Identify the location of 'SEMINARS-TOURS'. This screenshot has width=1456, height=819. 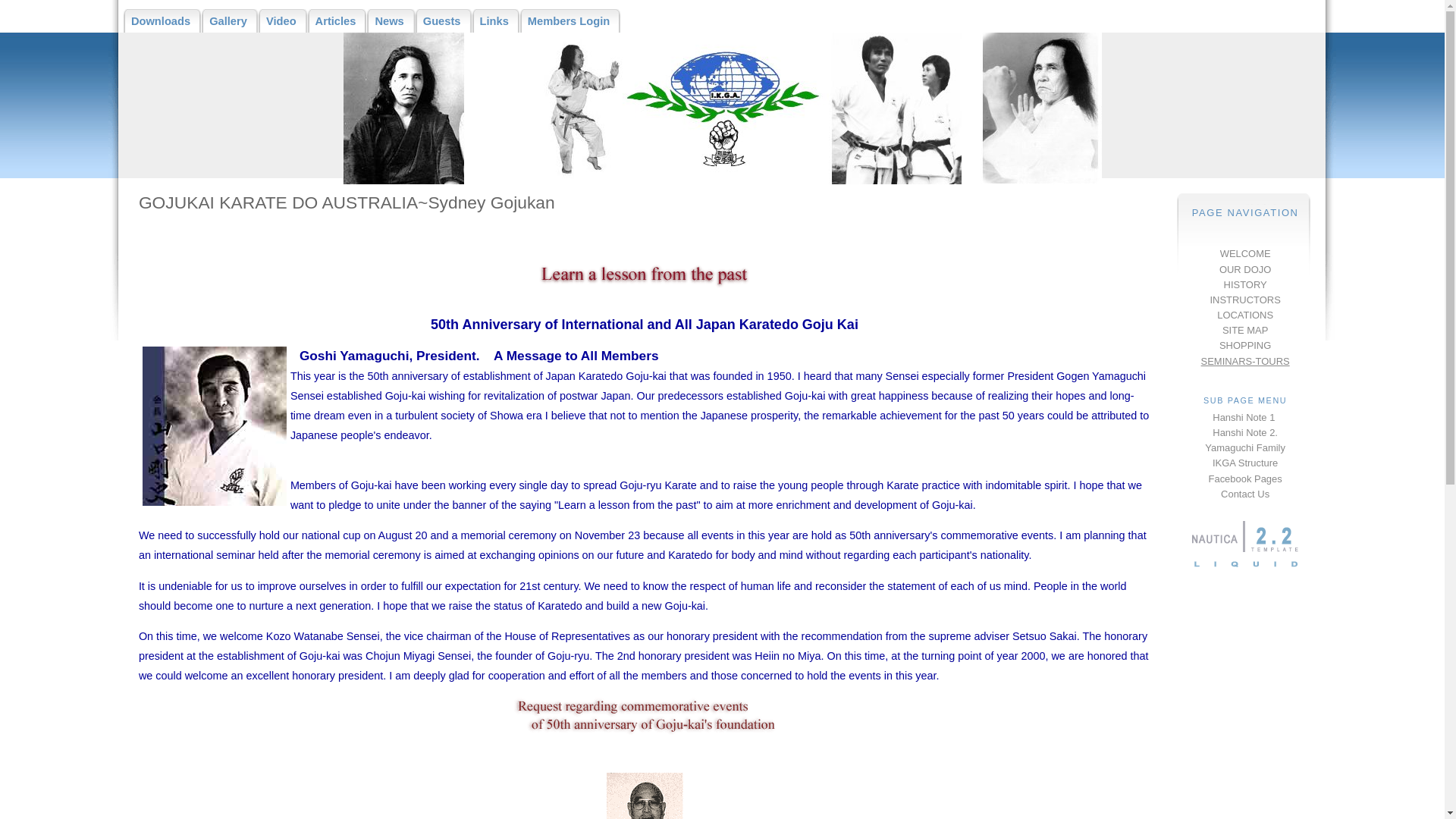
(1245, 360).